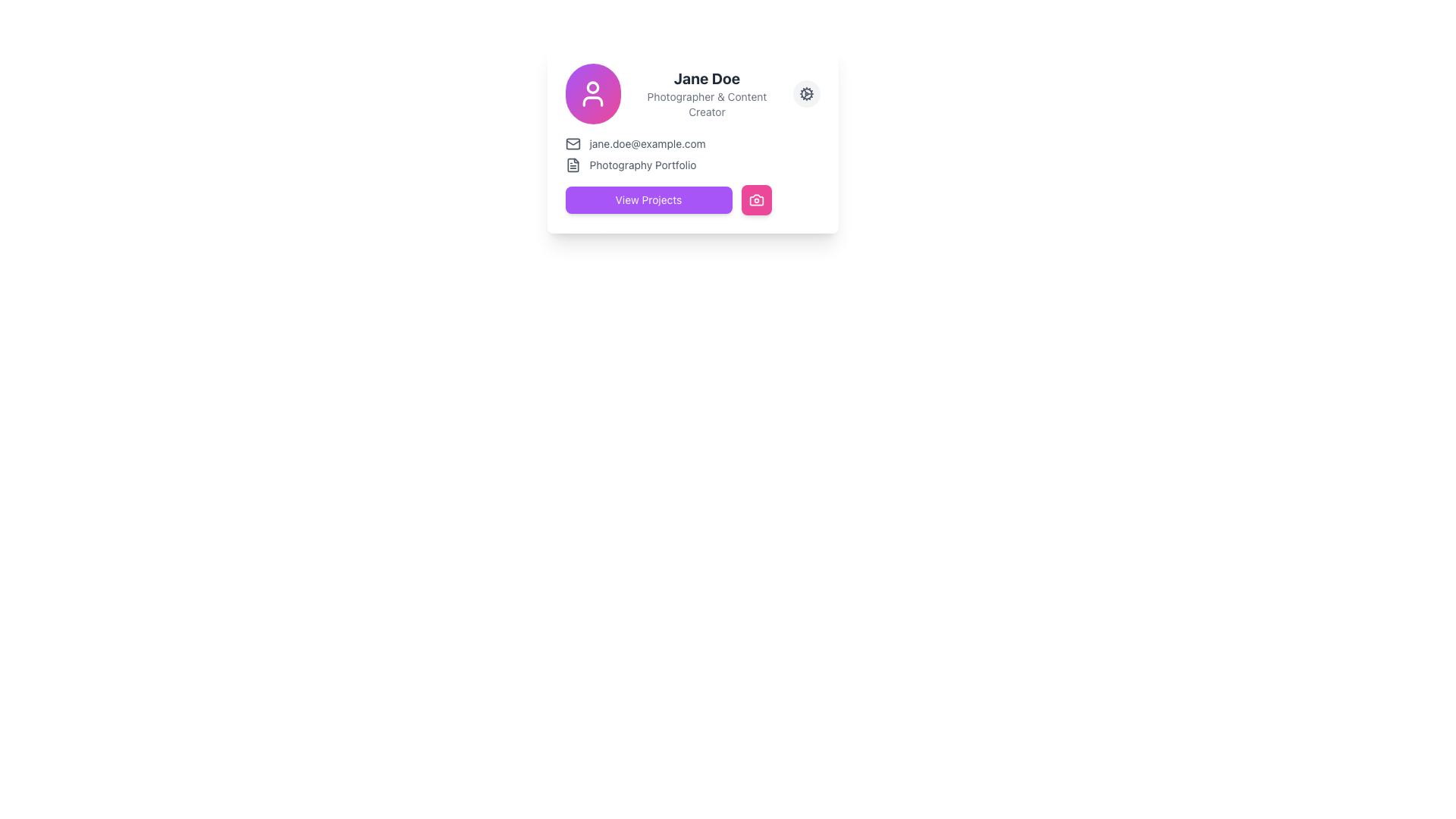 The image size is (1456, 819). What do you see at coordinates (643, 165) in the screenshot?
I see `static text element that displays 'Photography Portfolio', which is styled in a small gray font and located in the second row of the information card layout` at bounding box center [643, 165].